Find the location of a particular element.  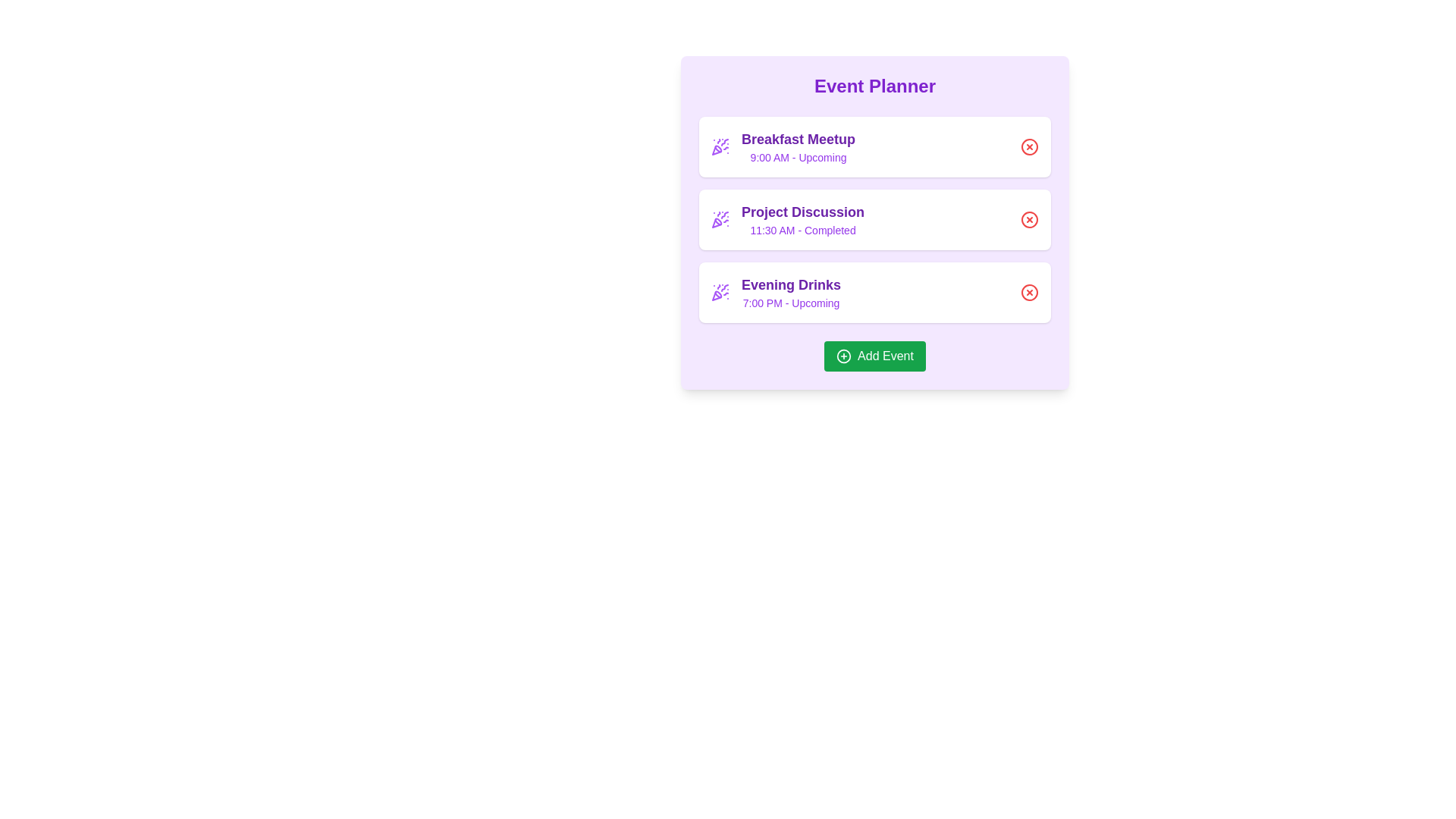

remove button for the event titled Evening Drinks is located at coordinates (1030, 292).